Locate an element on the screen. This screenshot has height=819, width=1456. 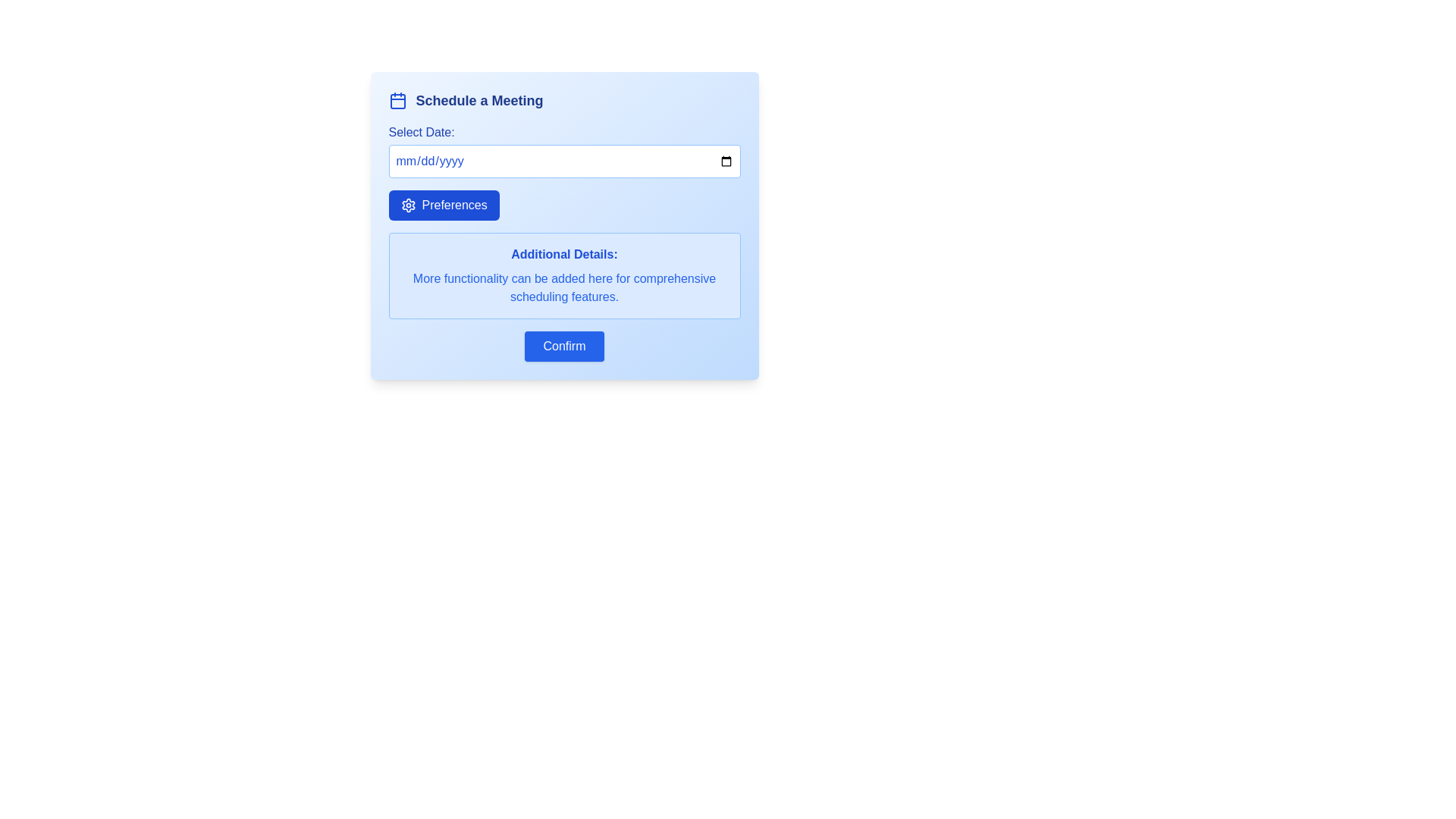
the submit button located at the bottom of the 'Schedule a Meeting' panel, just below the 'Additional Details' section is located at coordinates (563, 346).